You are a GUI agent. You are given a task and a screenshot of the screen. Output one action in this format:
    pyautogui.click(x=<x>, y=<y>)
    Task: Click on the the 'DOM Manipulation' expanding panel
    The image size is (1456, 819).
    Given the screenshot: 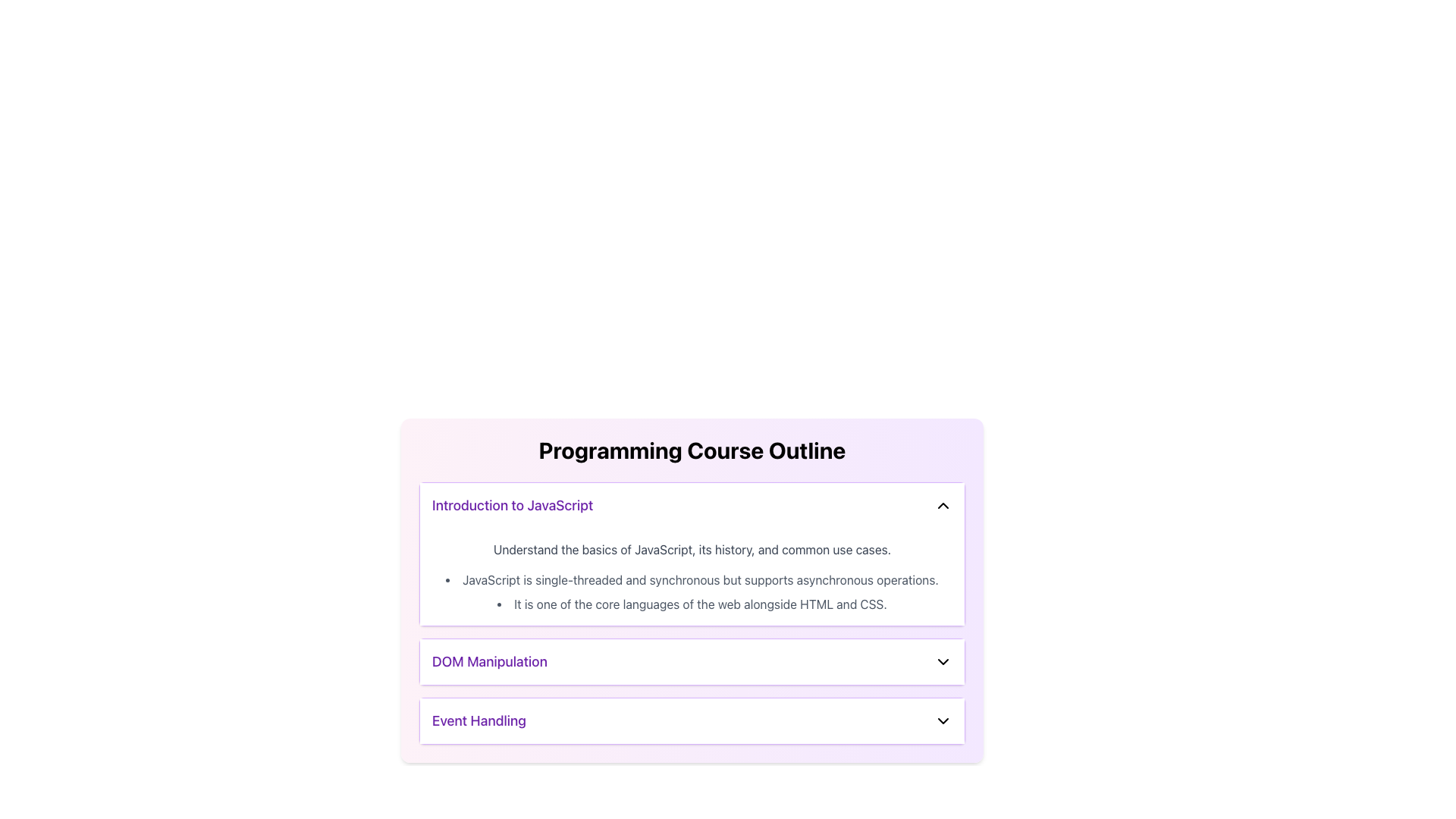 What is the action you would take?
    pyautogui.click(x=691, y=661)
    